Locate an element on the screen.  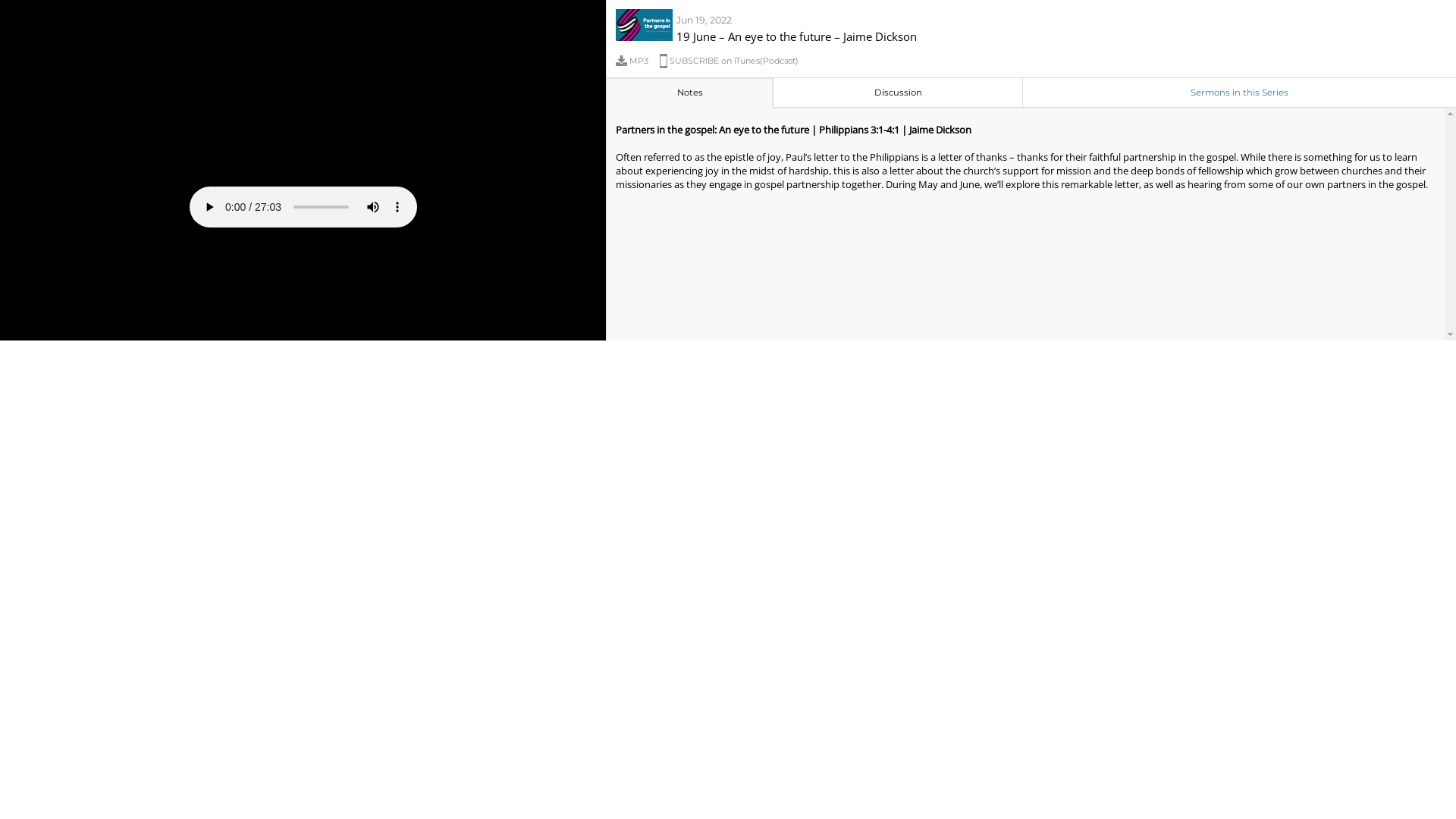
'Sermons in this Series' is located at coordinates (1239, 93).